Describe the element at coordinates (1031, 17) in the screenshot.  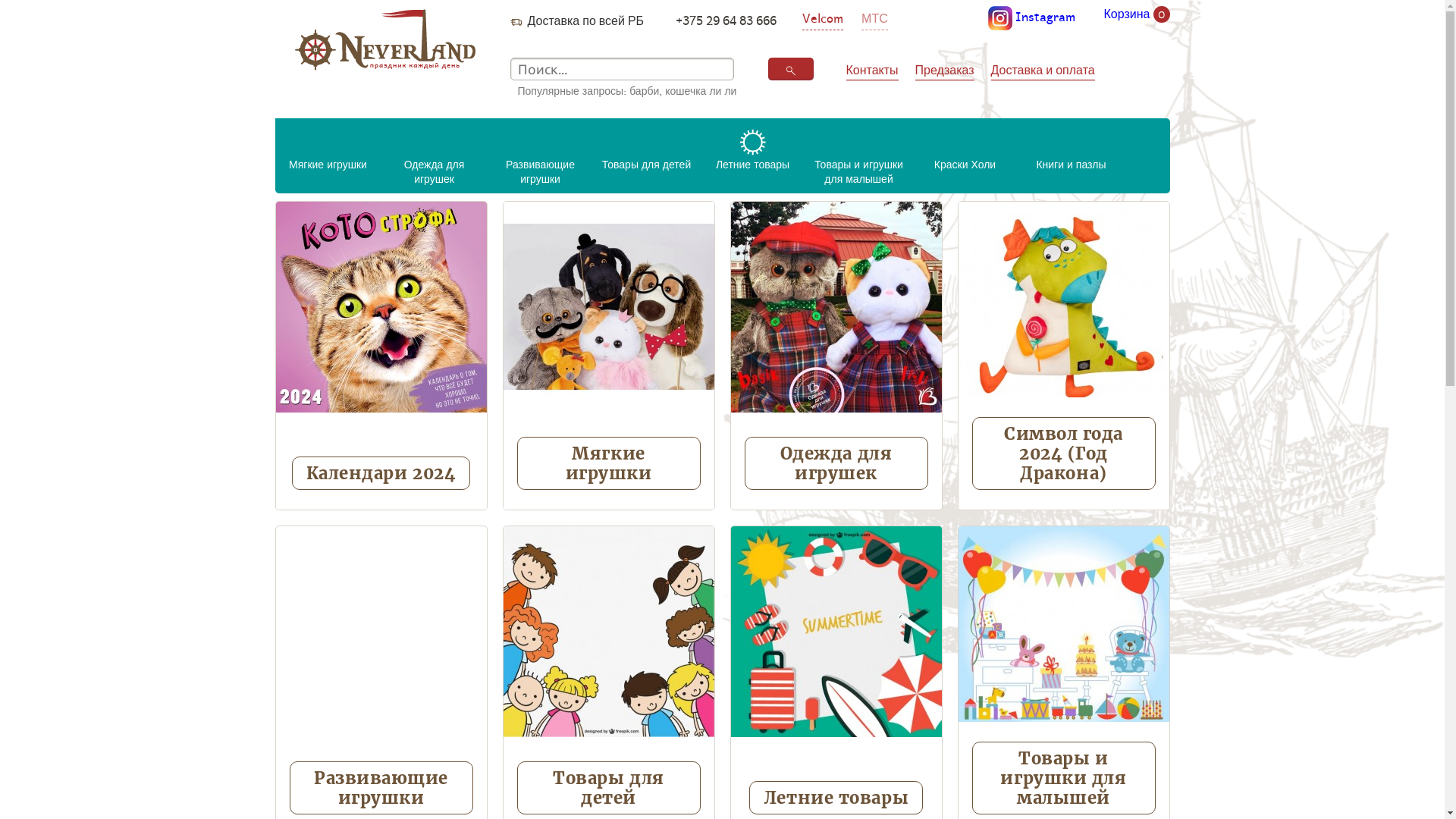
I see `'Instagram'` at that location.